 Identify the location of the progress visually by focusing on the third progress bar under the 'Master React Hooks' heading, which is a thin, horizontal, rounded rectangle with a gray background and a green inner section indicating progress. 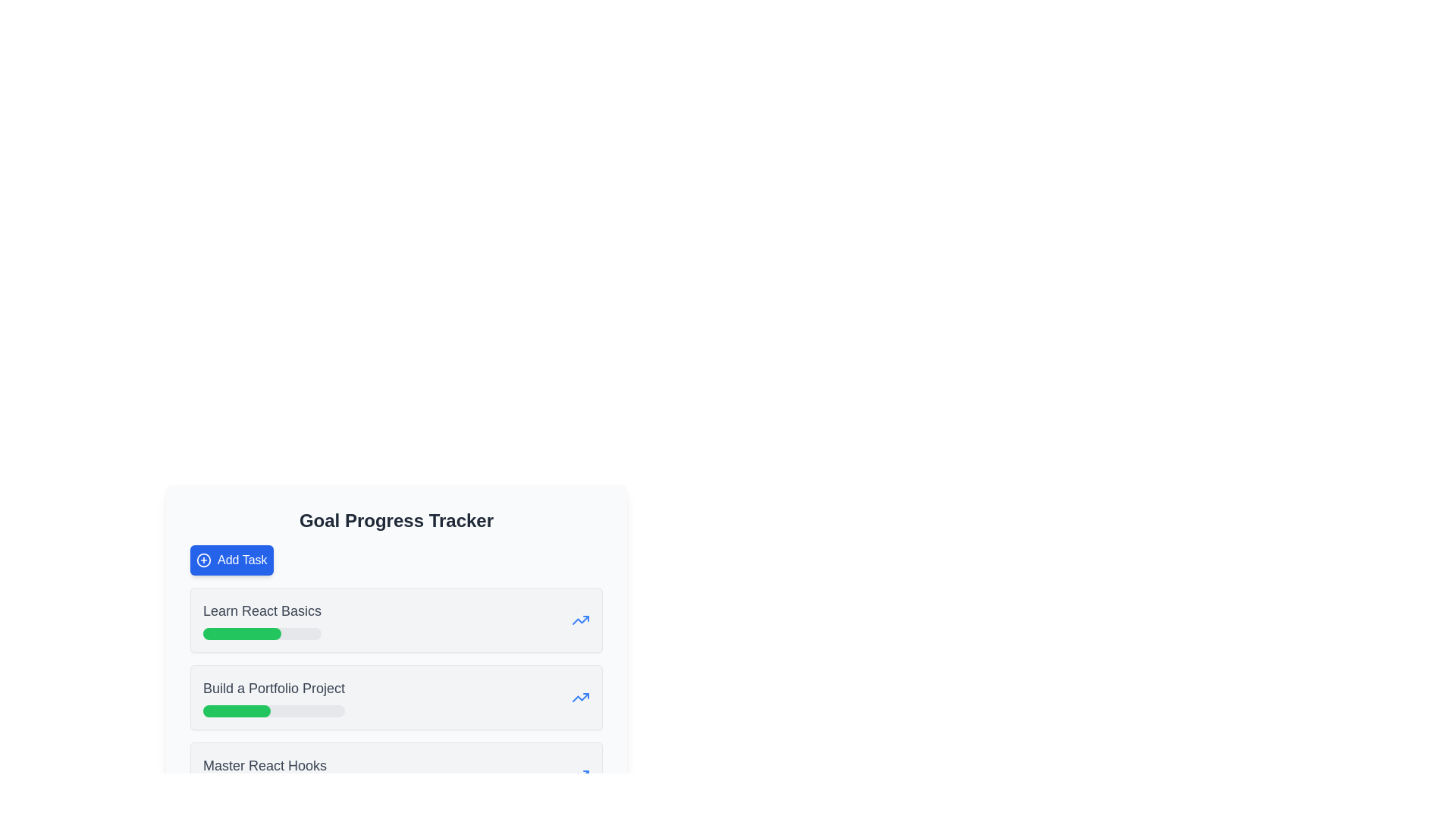
(265, 788).